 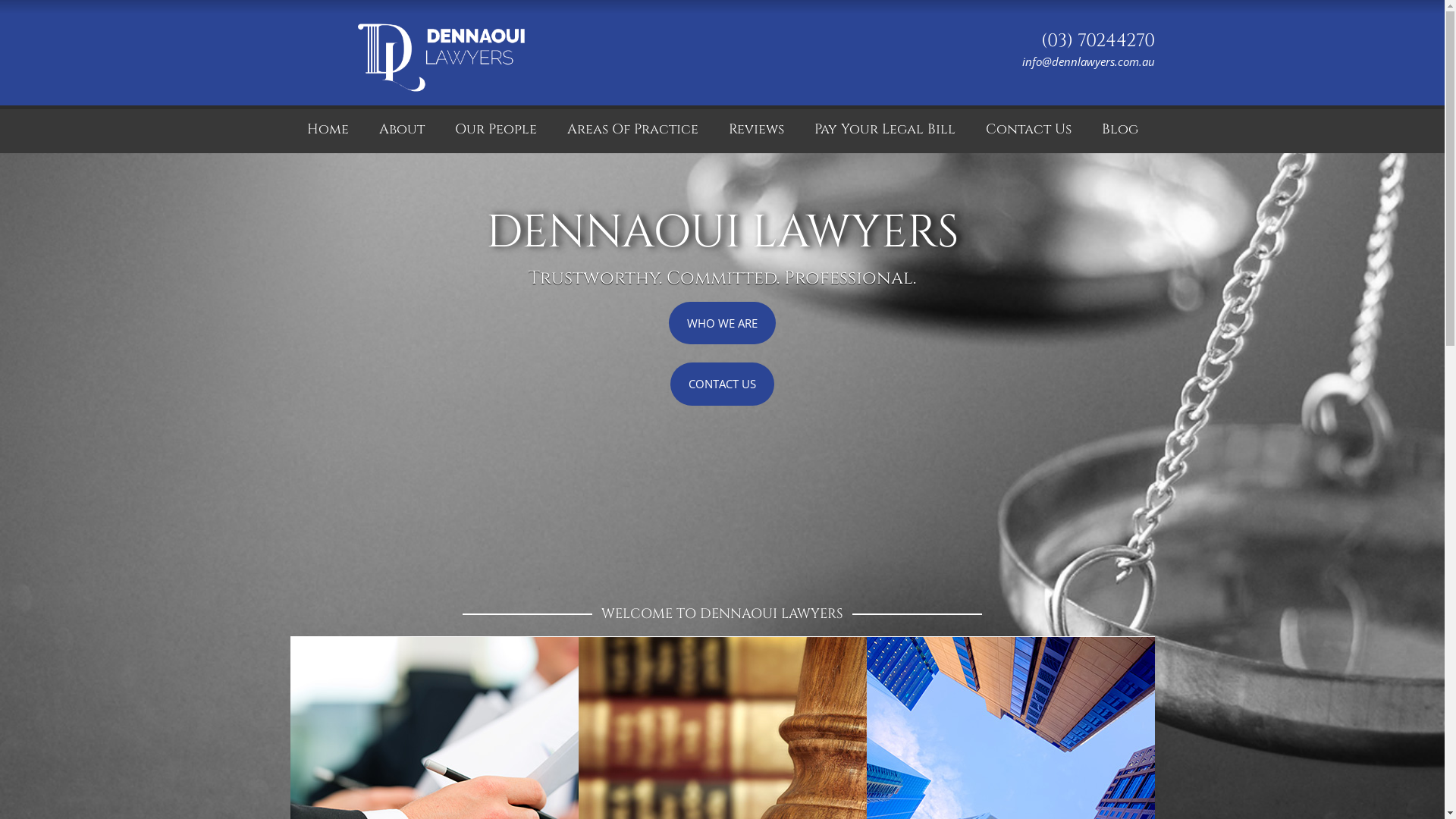 What do you see at coordinates (440, 128) in the screenshot?
I see `'Our People'` at bounding box center [440, 128].